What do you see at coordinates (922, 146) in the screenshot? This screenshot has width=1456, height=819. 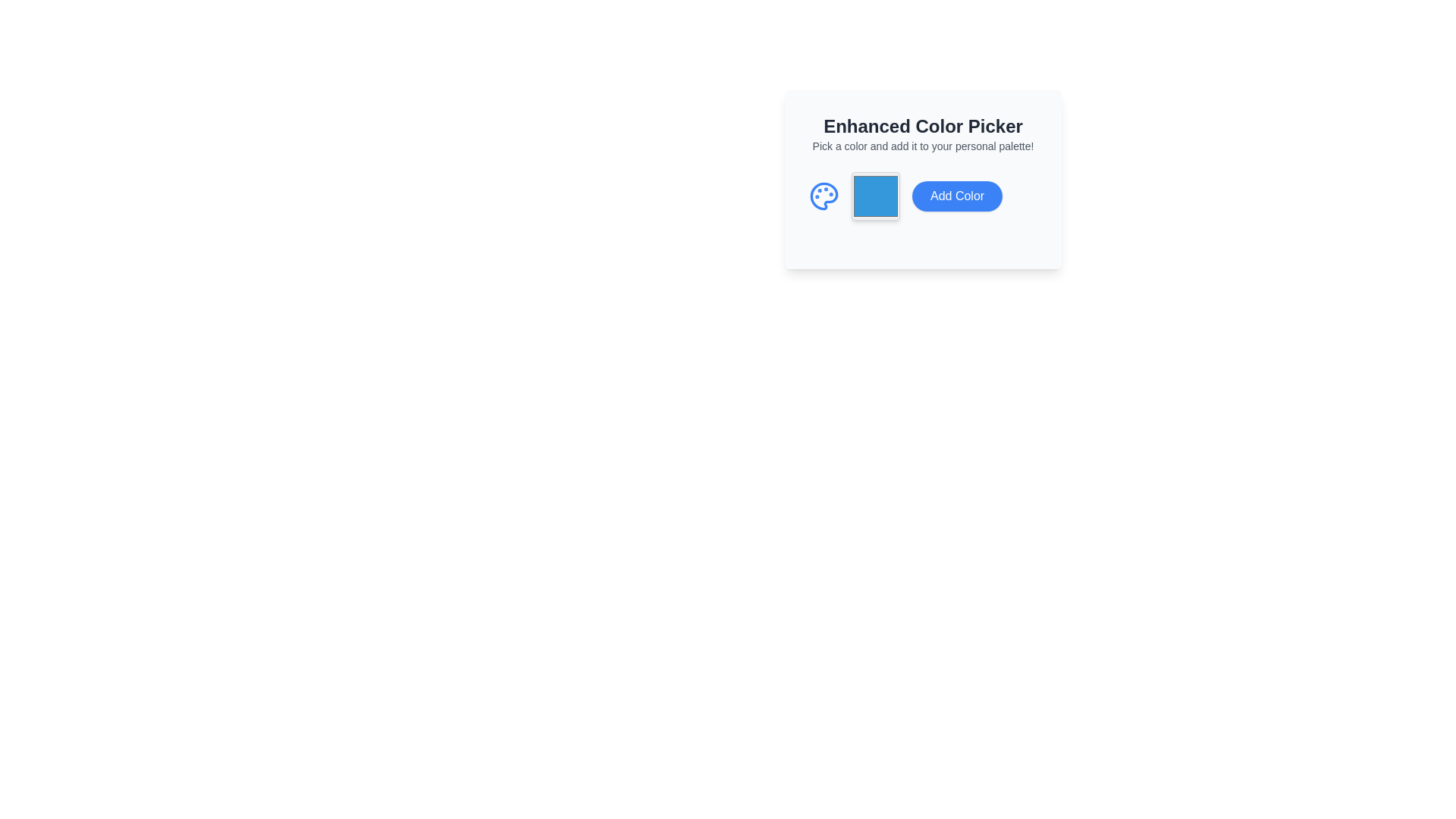 I see `the static text element that reads 'Pick a color and add it to your personal palette!', which is located below the 'Enhanced Color Picker' text within the centered information card` at bounding box center [922, 146].